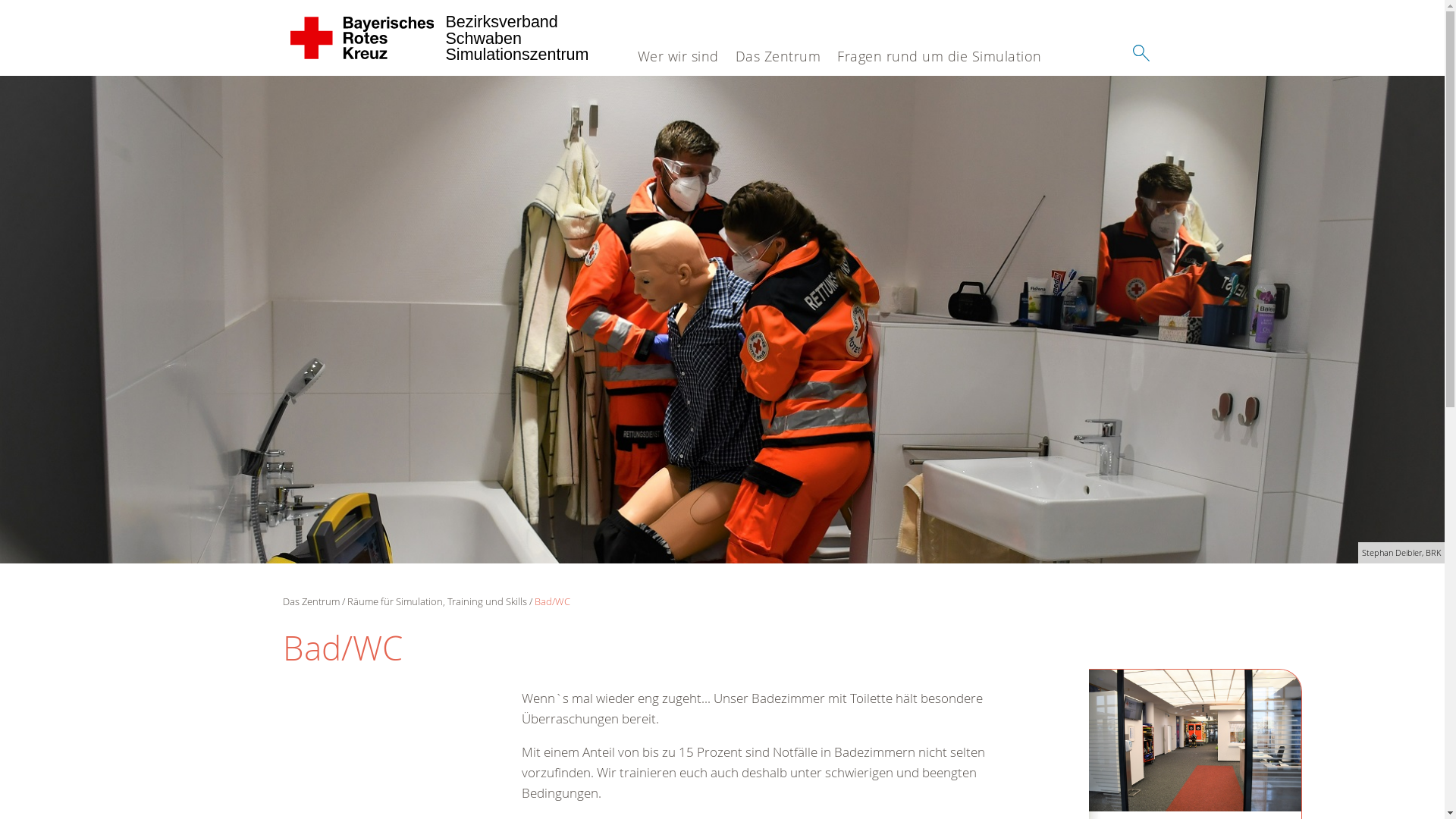 The image size is (1456, 819). I want to click on 'Bezirksverband, so click(361, 37).